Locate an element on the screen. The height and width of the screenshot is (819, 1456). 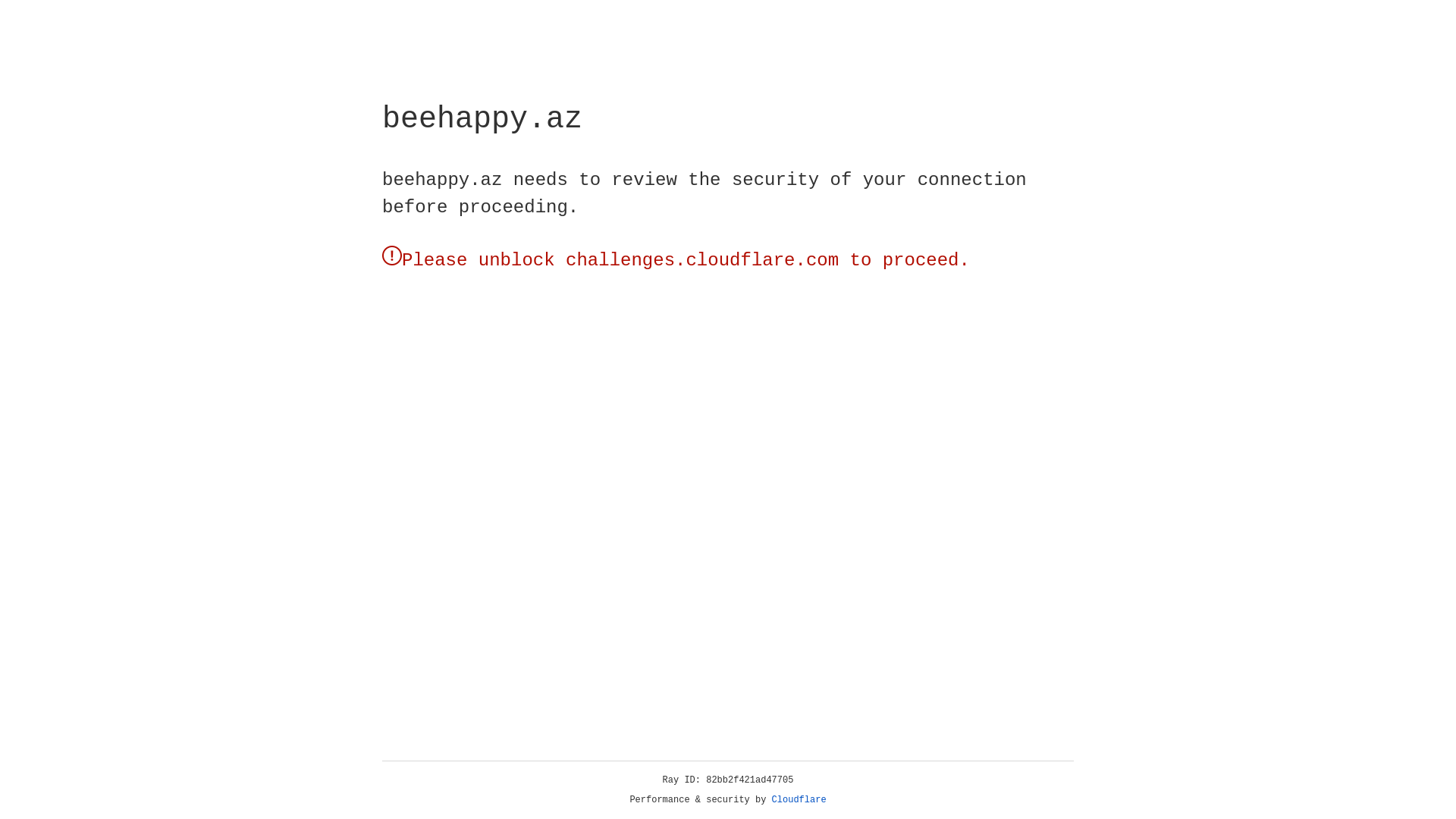
'Cloudflare' is located at coordinates (799, 799).